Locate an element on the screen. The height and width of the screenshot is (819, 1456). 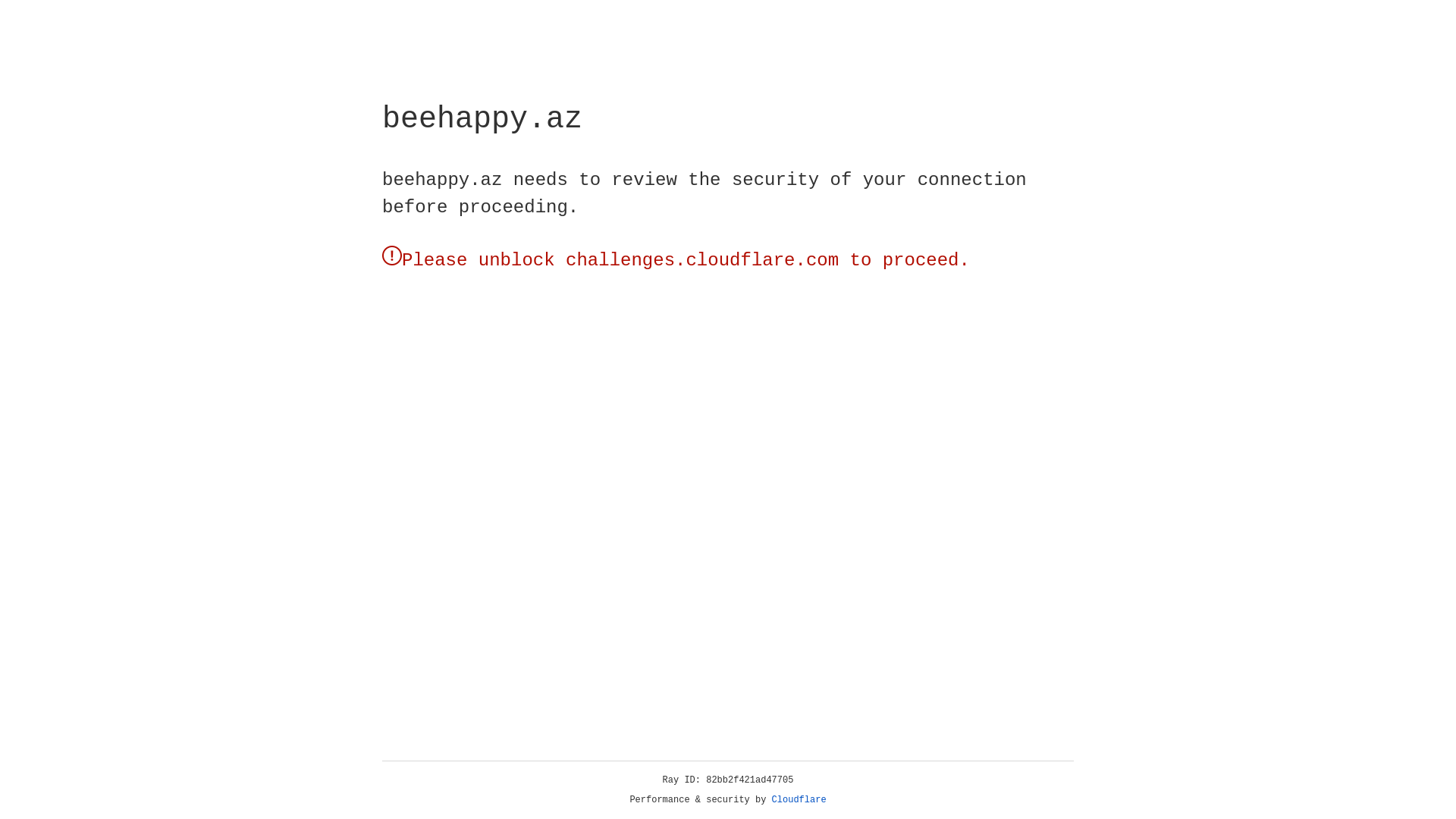
'Cloudflare' is located at coordinates (799, 799).